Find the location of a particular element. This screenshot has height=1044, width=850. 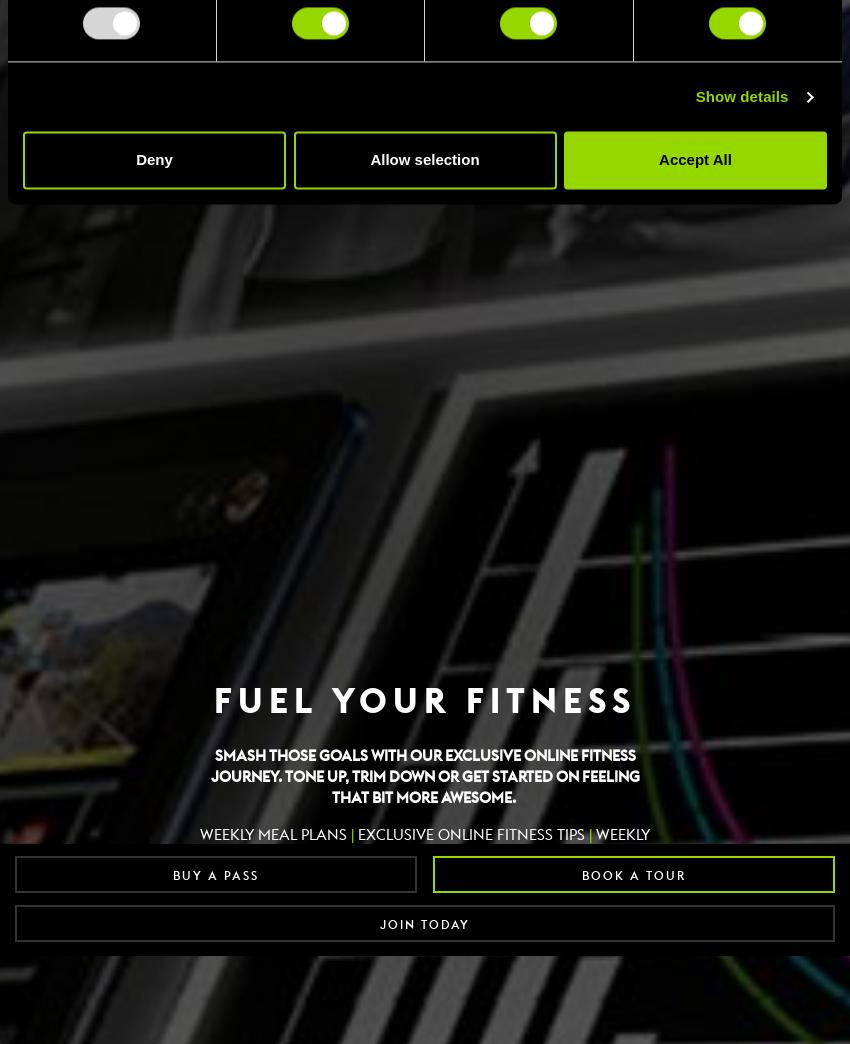

'6 WEEK REVIEW' is located at coordinates (539, 854).